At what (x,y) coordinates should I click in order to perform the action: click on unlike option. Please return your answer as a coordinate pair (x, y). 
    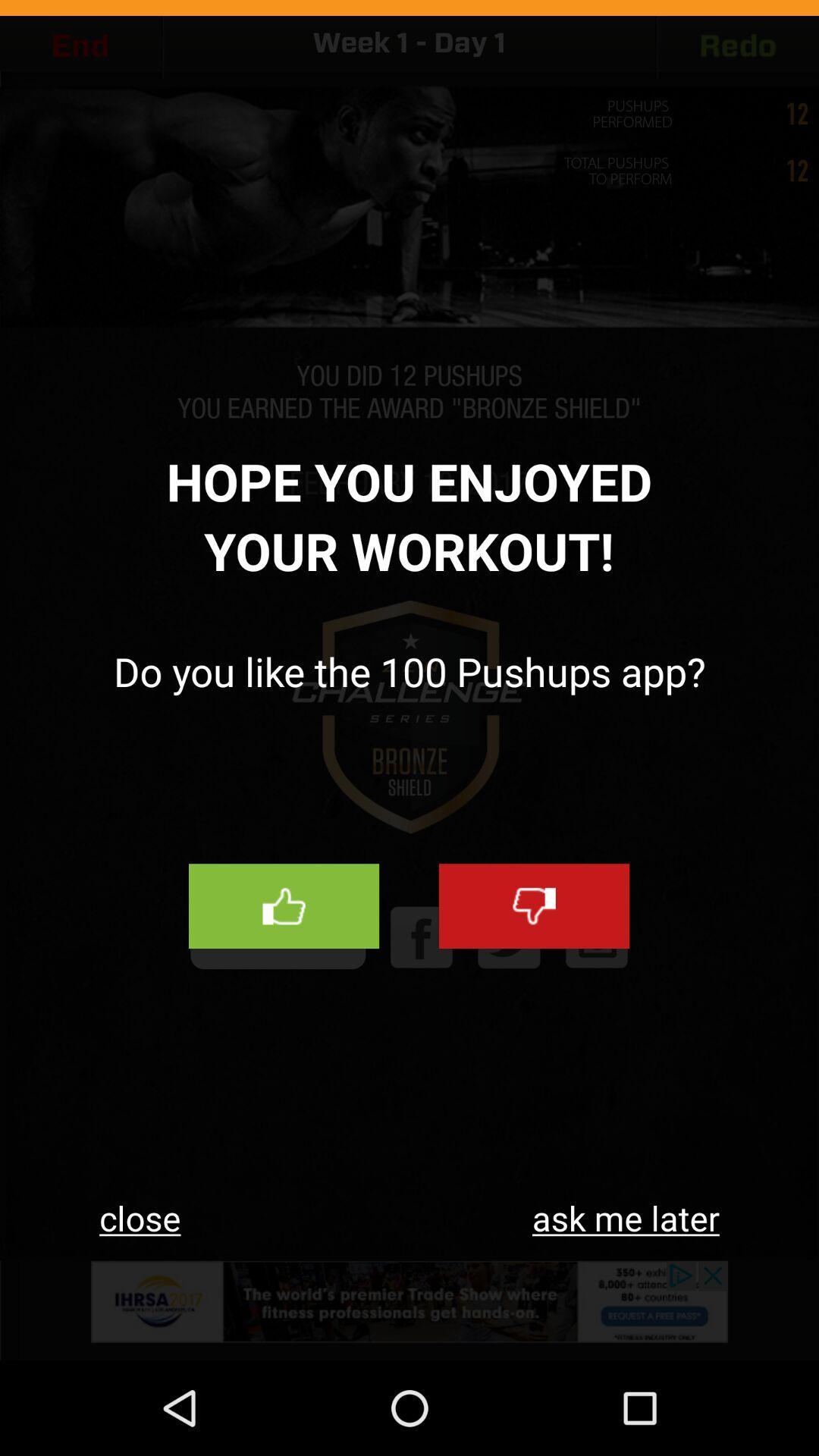
    Looking at the image, I should click on (533, 906).